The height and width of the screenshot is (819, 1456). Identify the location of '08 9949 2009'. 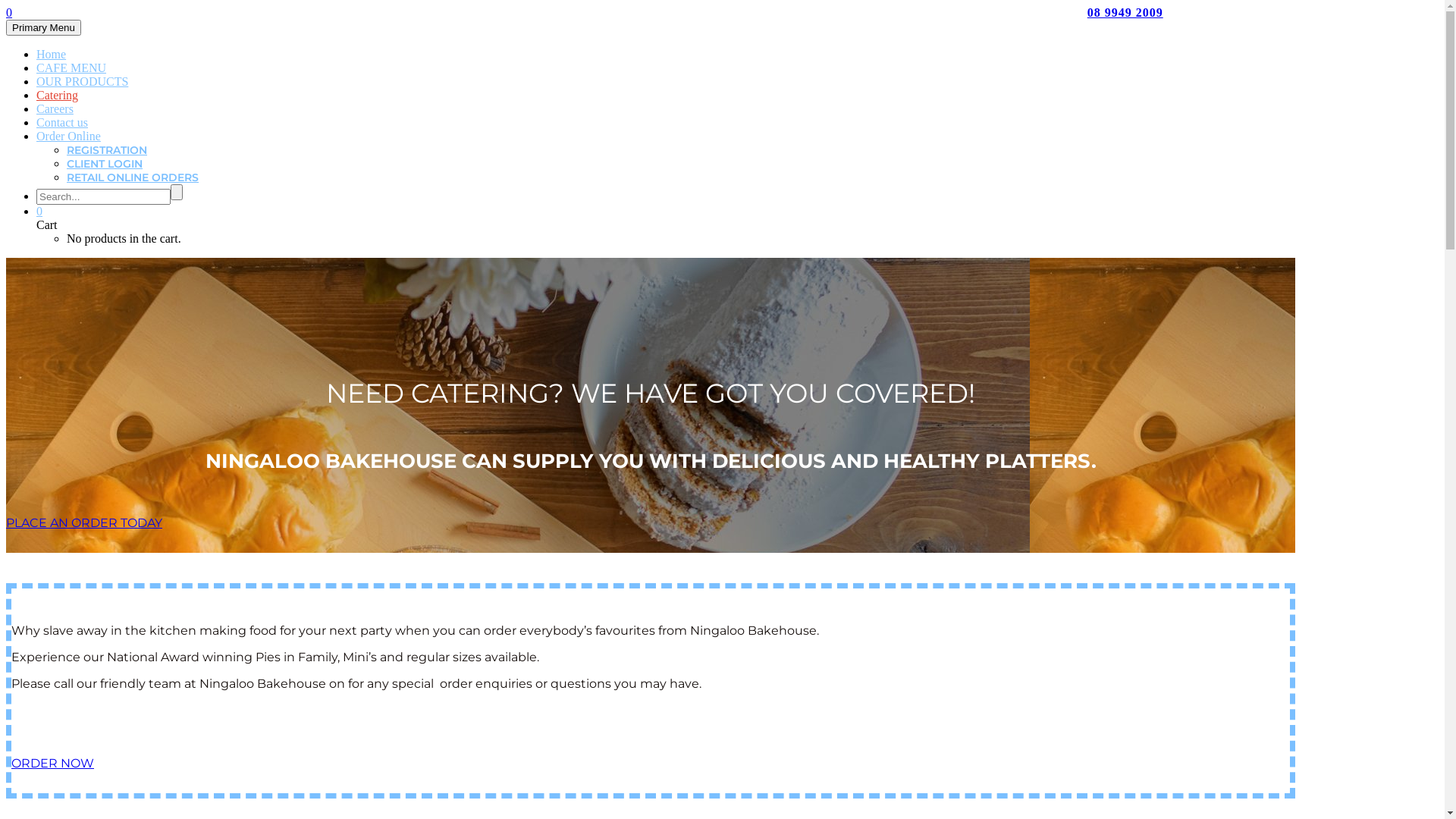
(1087, 12).